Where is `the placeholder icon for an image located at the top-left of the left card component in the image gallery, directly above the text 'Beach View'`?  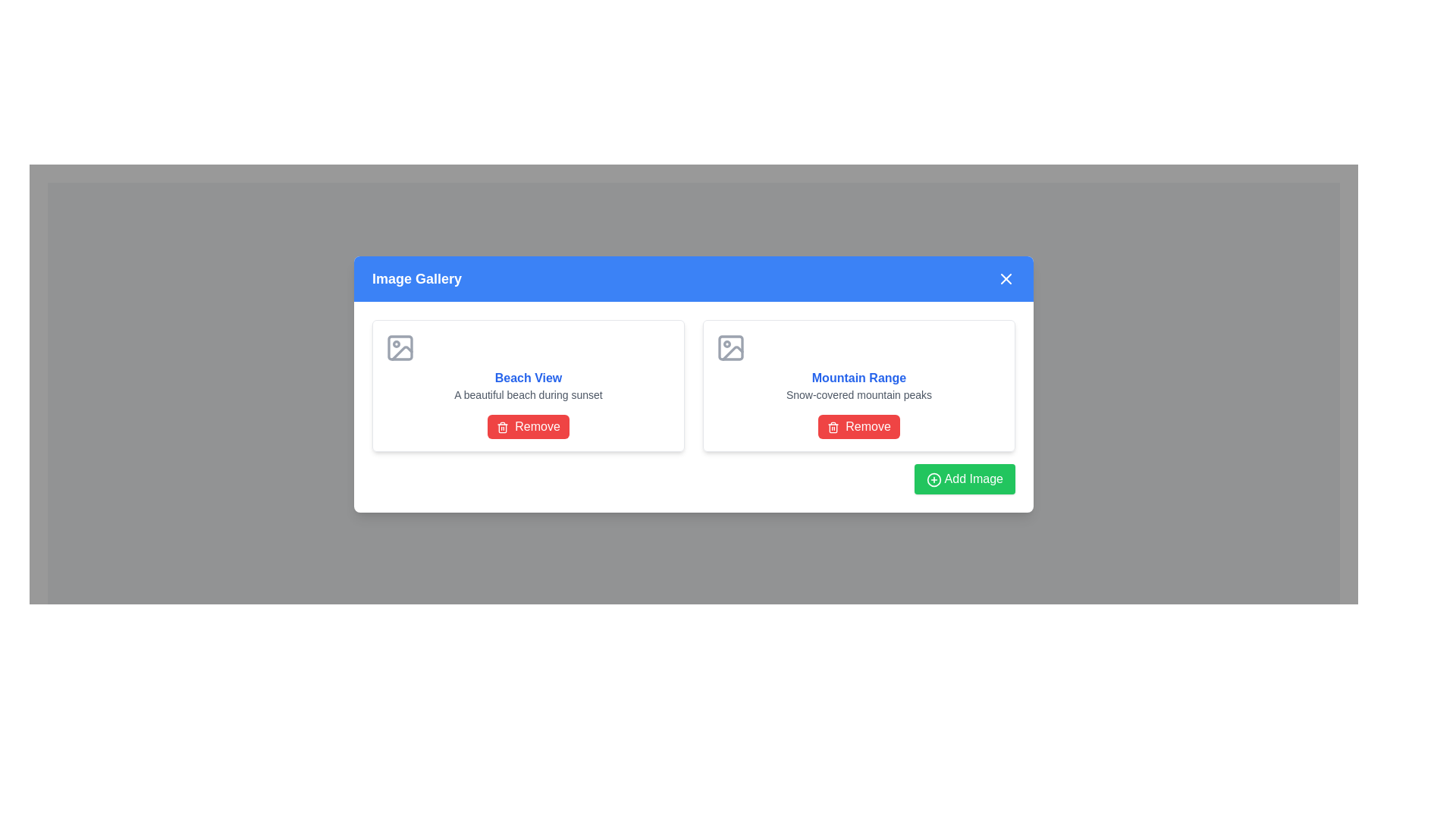 the placeholder icon for an image located at the top-left of the left card component in the image gallery, directly above the text 'Beach View' is located at coordinates (400, 348).